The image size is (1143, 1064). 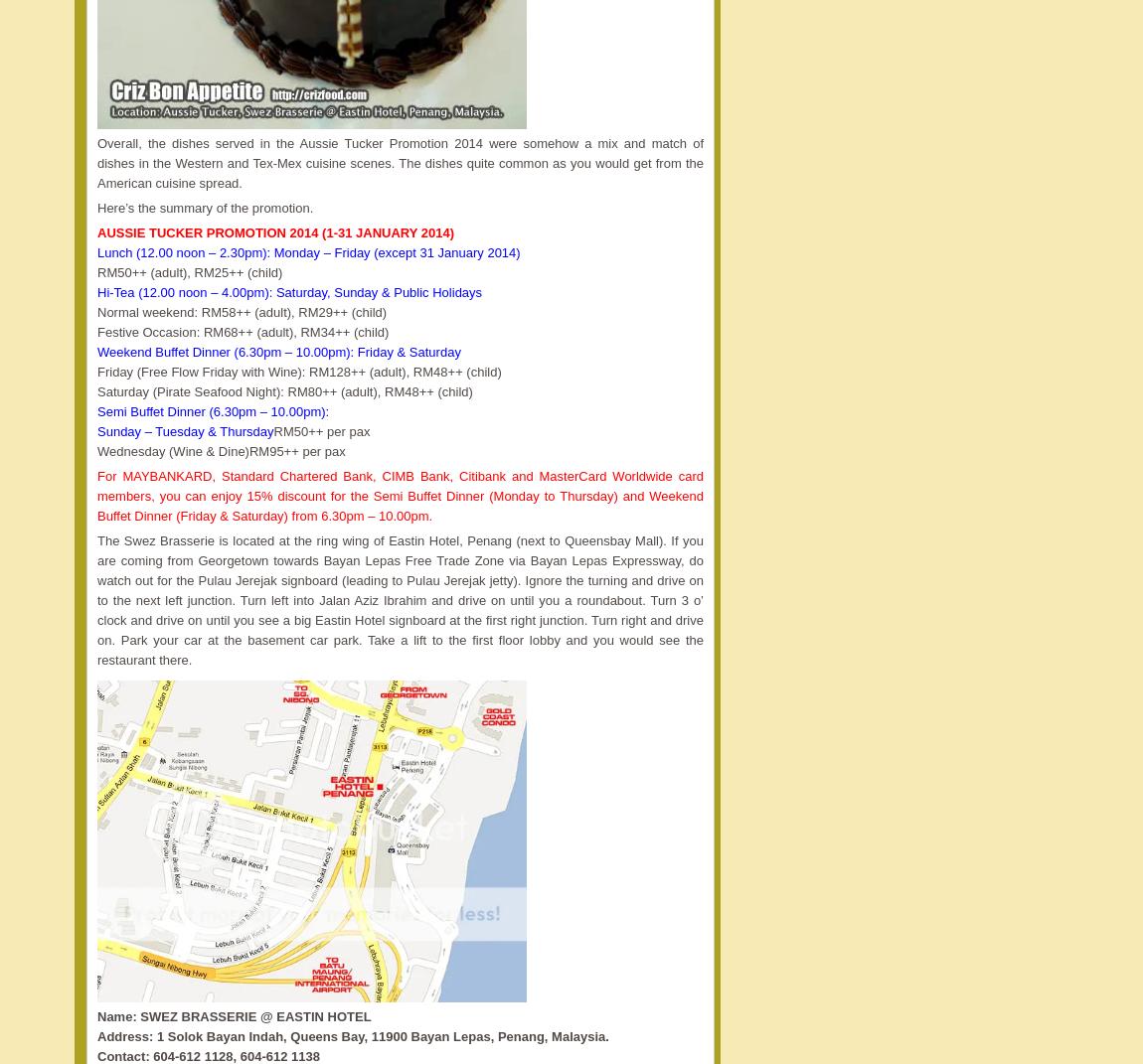 What do you see at coordinates (95, 272) in the screenshot?
I see `'RM50++ (adult), RM25++ (child)'` at bounding box center [95, 272].